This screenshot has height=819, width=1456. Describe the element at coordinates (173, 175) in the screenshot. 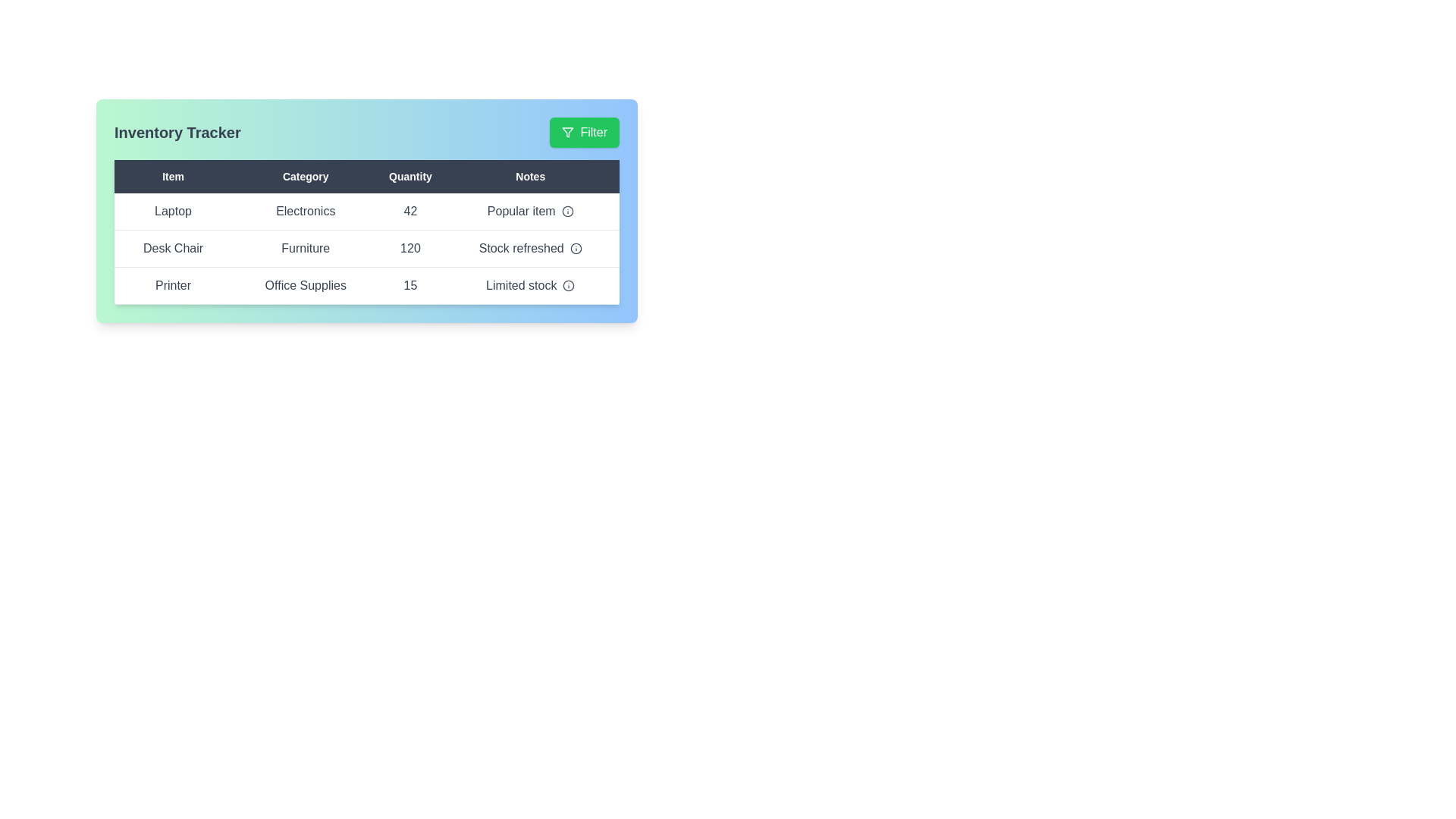

I see `the column header Item to sort the table by that column` at that location.